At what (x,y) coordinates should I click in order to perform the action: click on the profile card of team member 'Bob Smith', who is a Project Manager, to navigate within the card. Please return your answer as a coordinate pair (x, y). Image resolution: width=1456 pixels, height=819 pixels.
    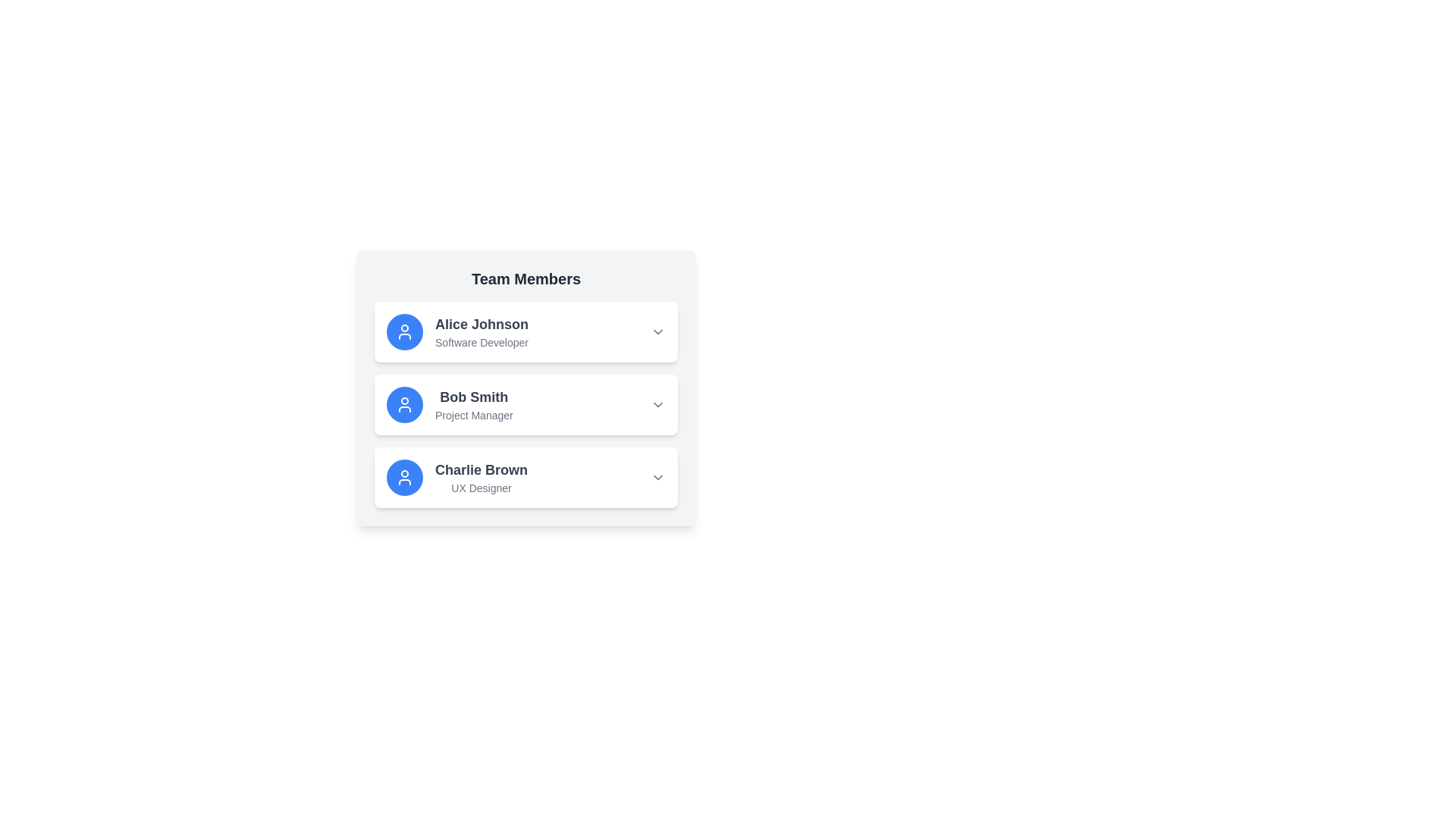
    Looking at the image, I should click on (526, 403).